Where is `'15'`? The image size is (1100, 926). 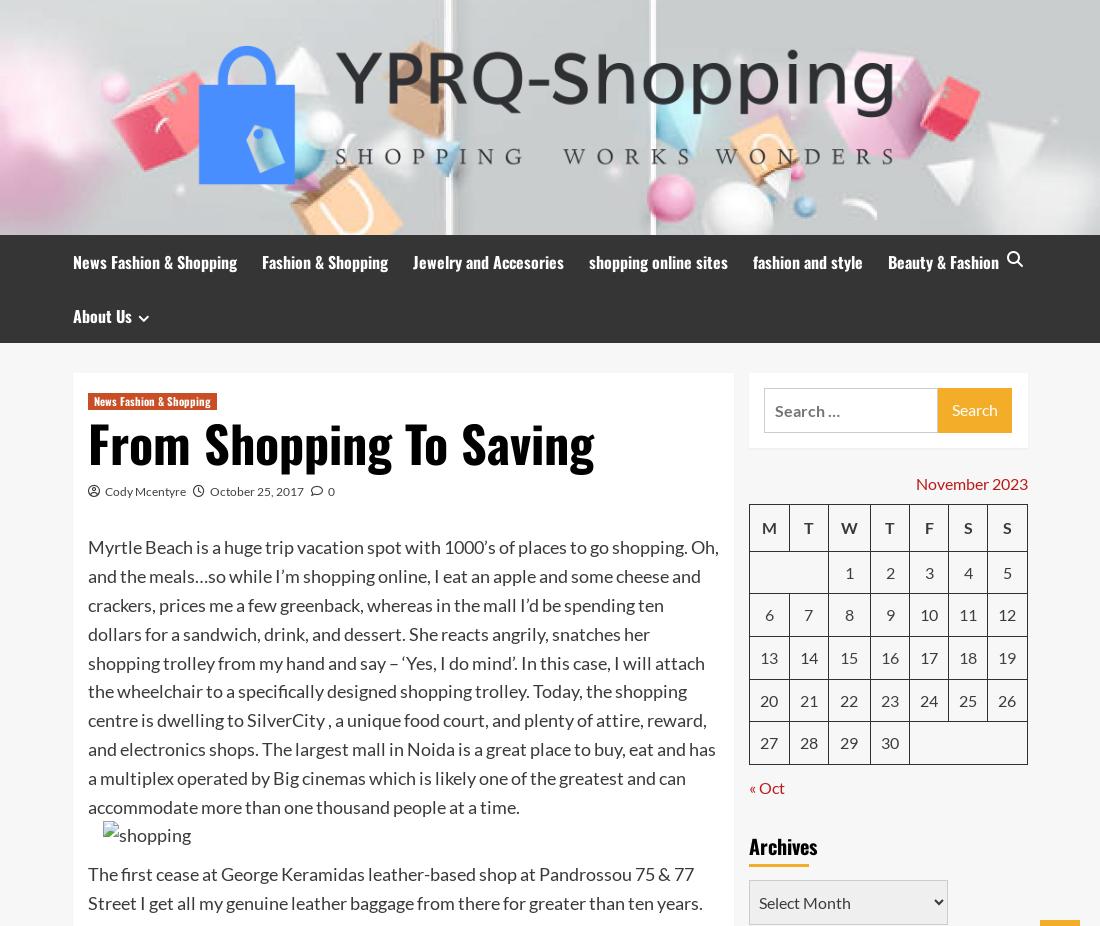 '15' is located at coordinates (838, 656).